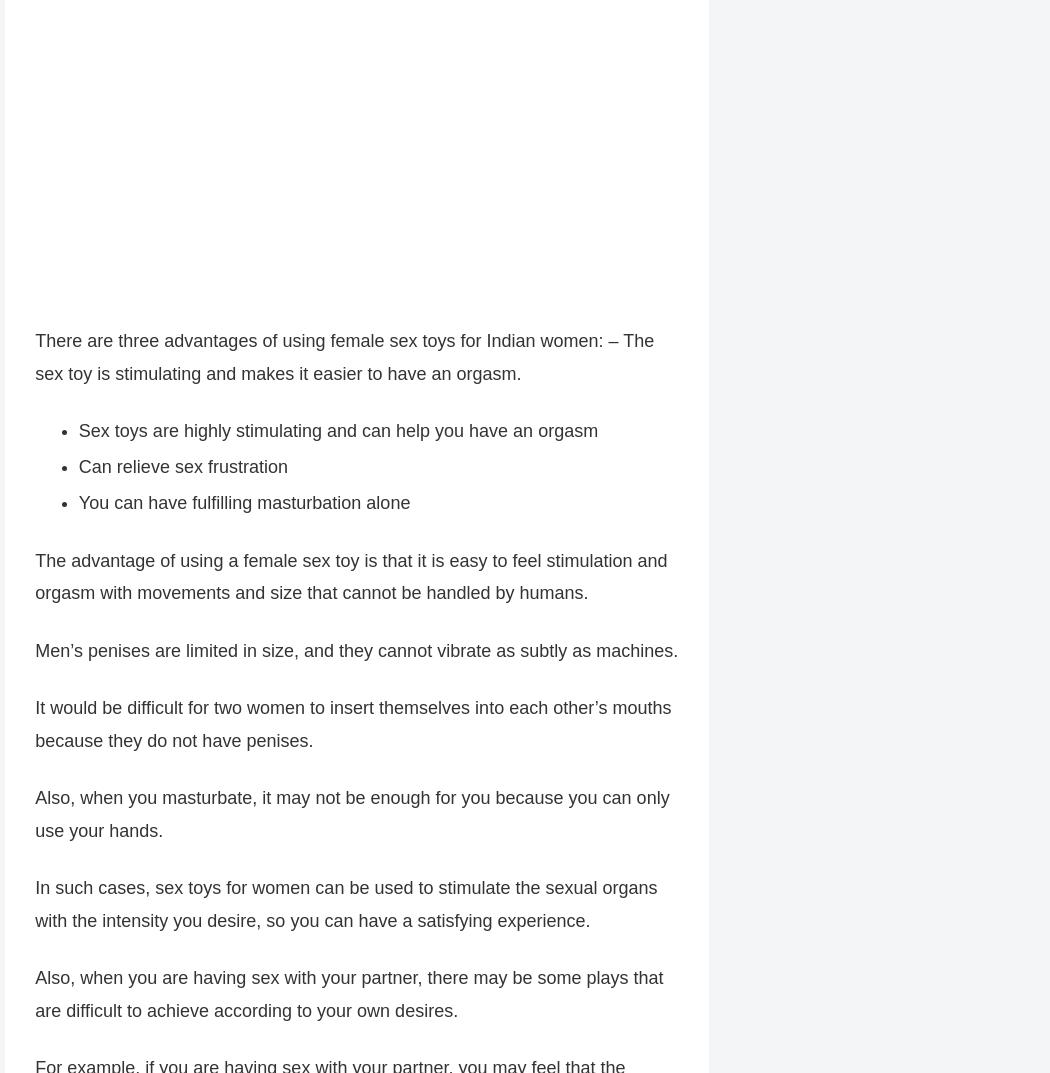  I want to click on 'You can have fulfilling masturbation alone', so click(244, 505).